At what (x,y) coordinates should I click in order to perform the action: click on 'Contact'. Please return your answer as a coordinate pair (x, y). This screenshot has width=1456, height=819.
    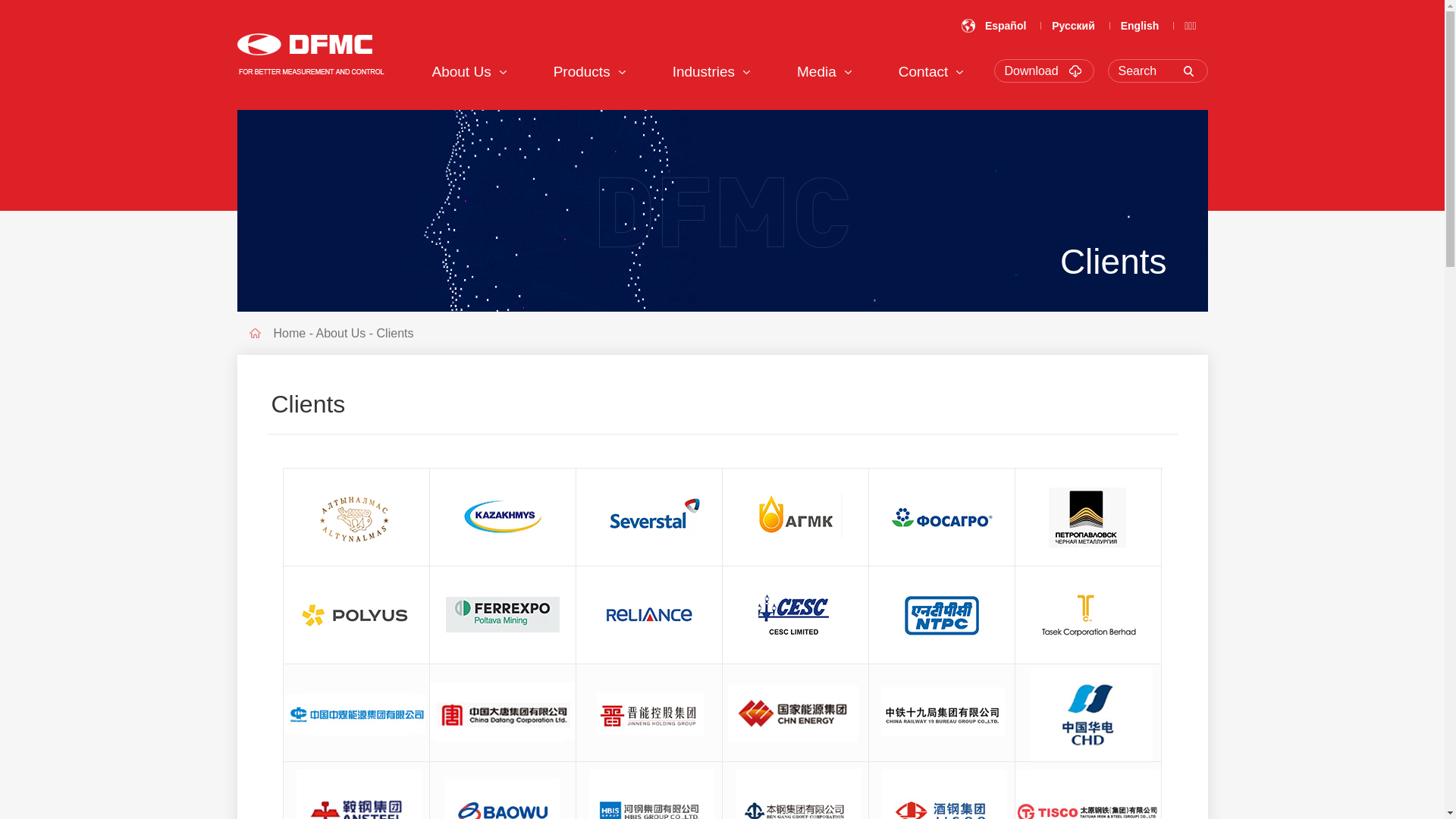
    Looking at the image, I should click on (899, 71).